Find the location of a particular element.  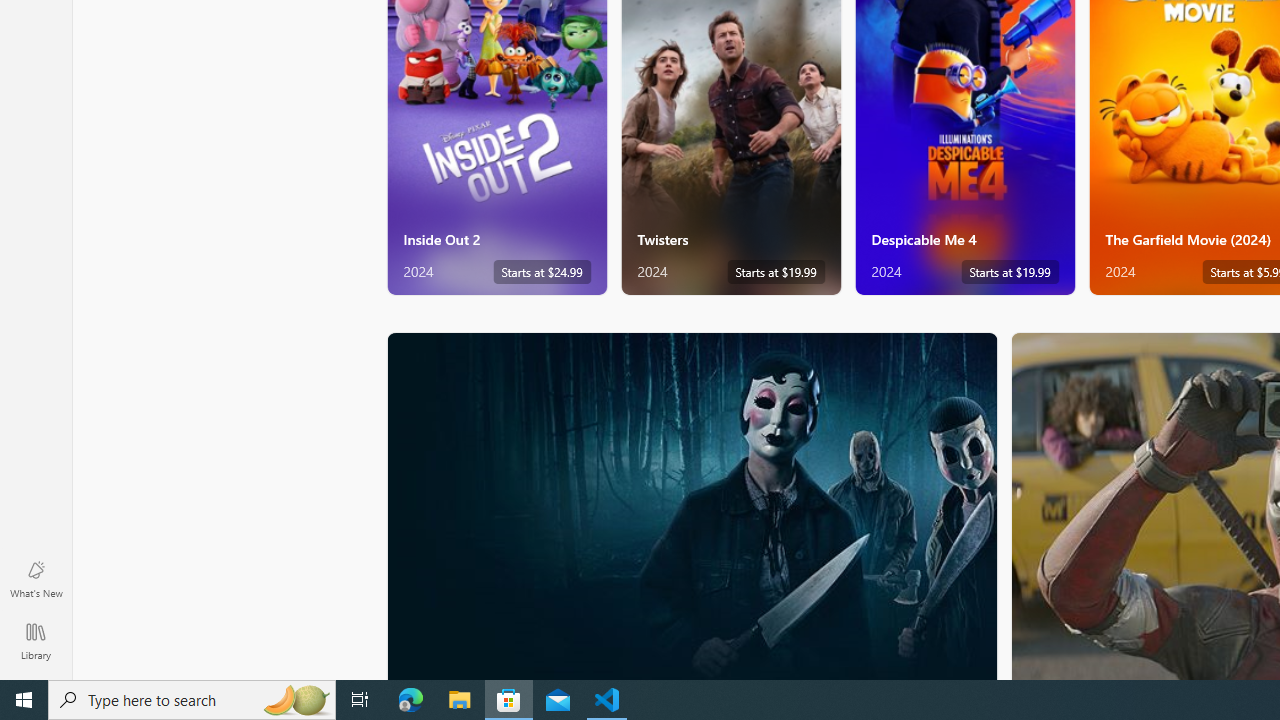

'AutomationID: PosterImage' is located at coordinates (691, 505).